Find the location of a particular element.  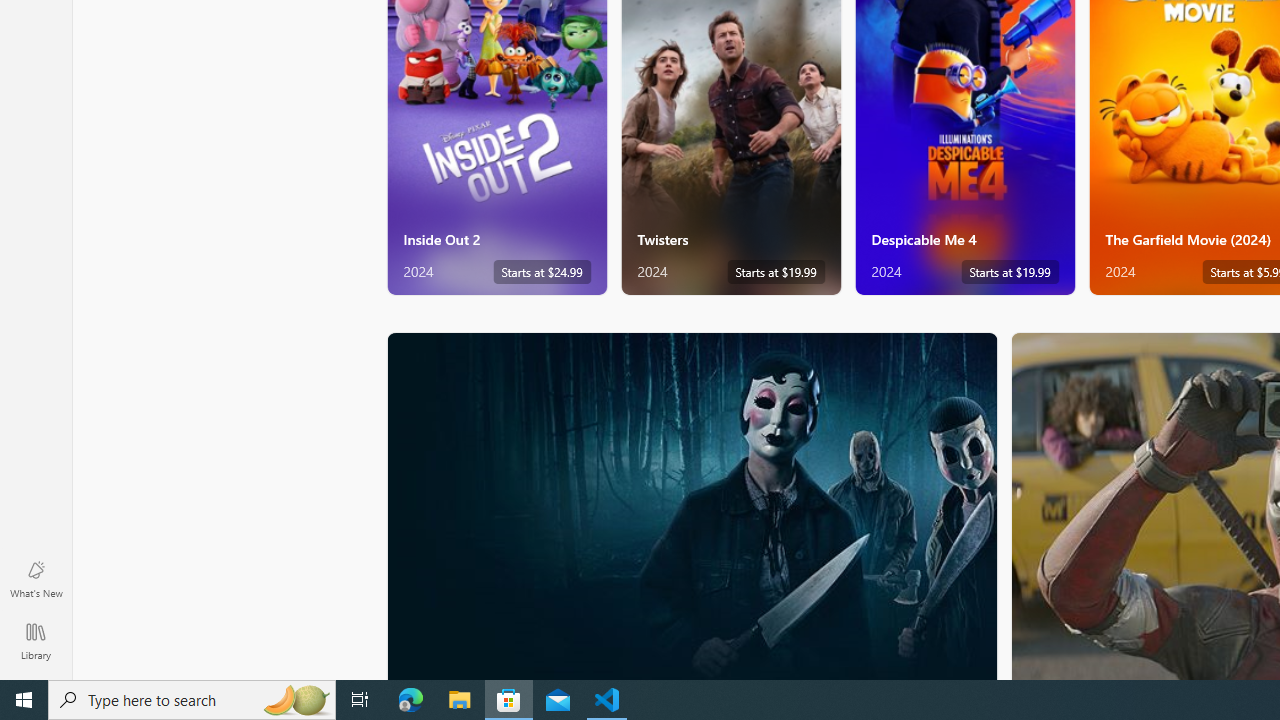

'AutomationID: PosterImage' is located at coordinates (691, 505).